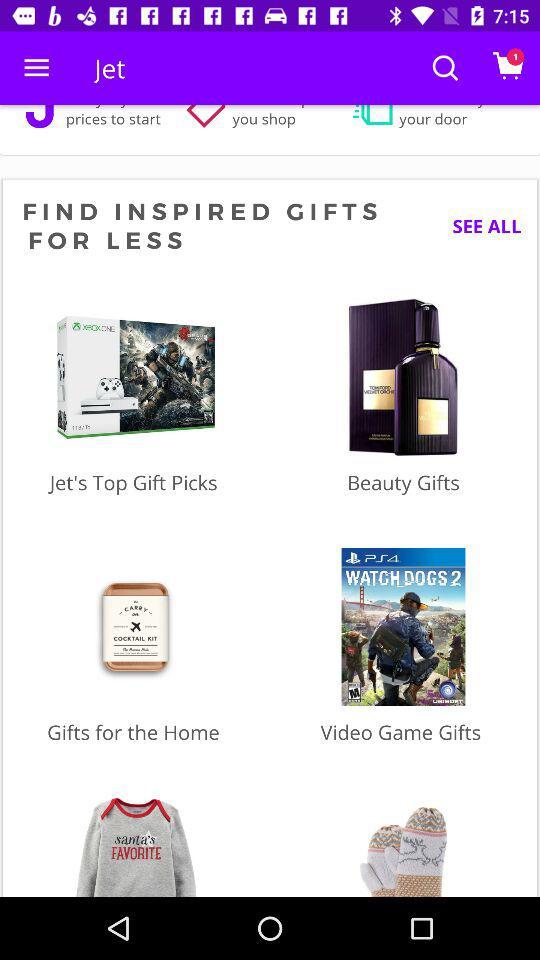 This screenshot has height=960, width=540. I want to click on the see all item, so click(478, 226).